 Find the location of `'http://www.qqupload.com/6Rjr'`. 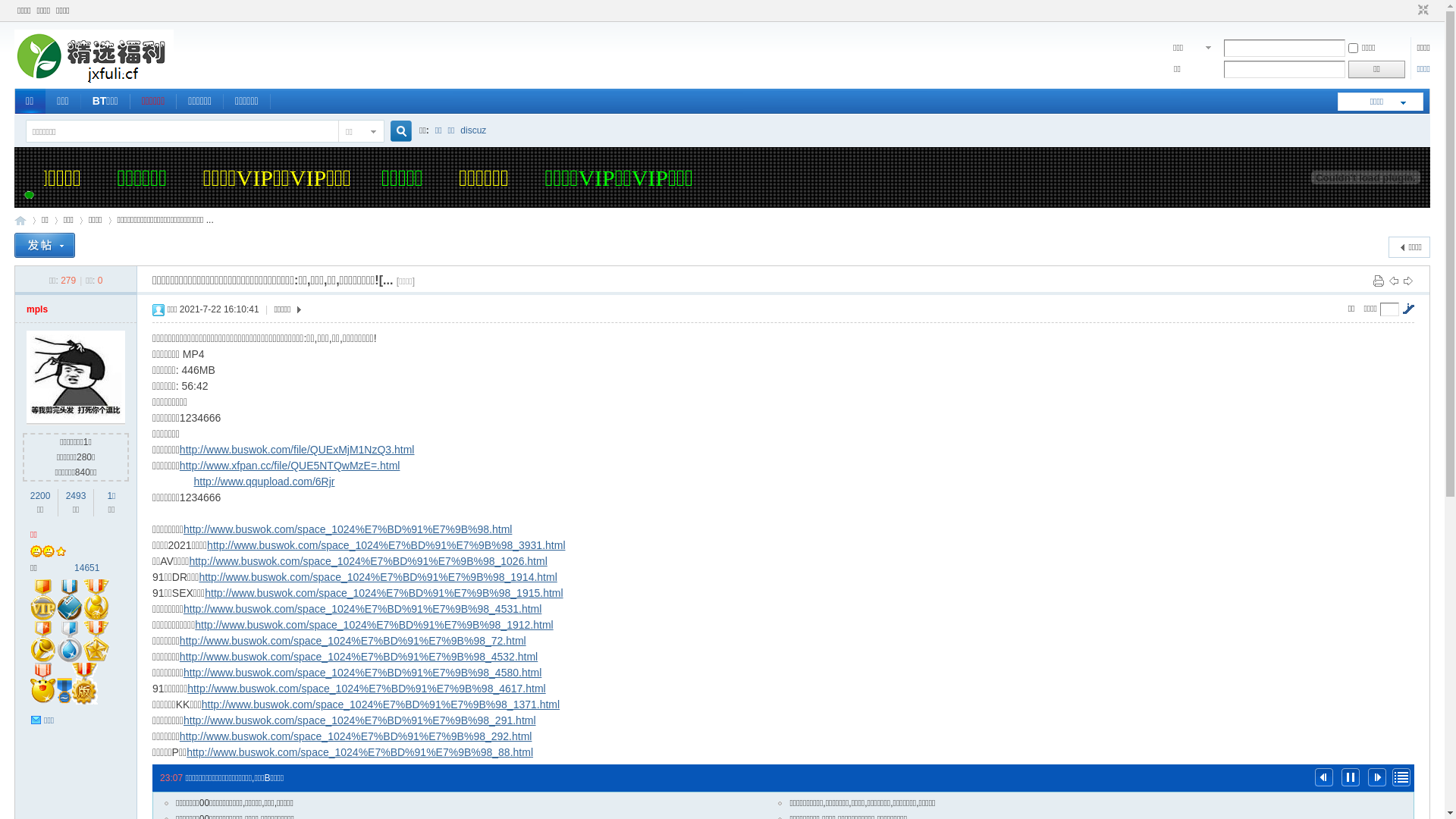

'http://www.qqupload.com/6Rjr' is located at coordinates (265, 482).